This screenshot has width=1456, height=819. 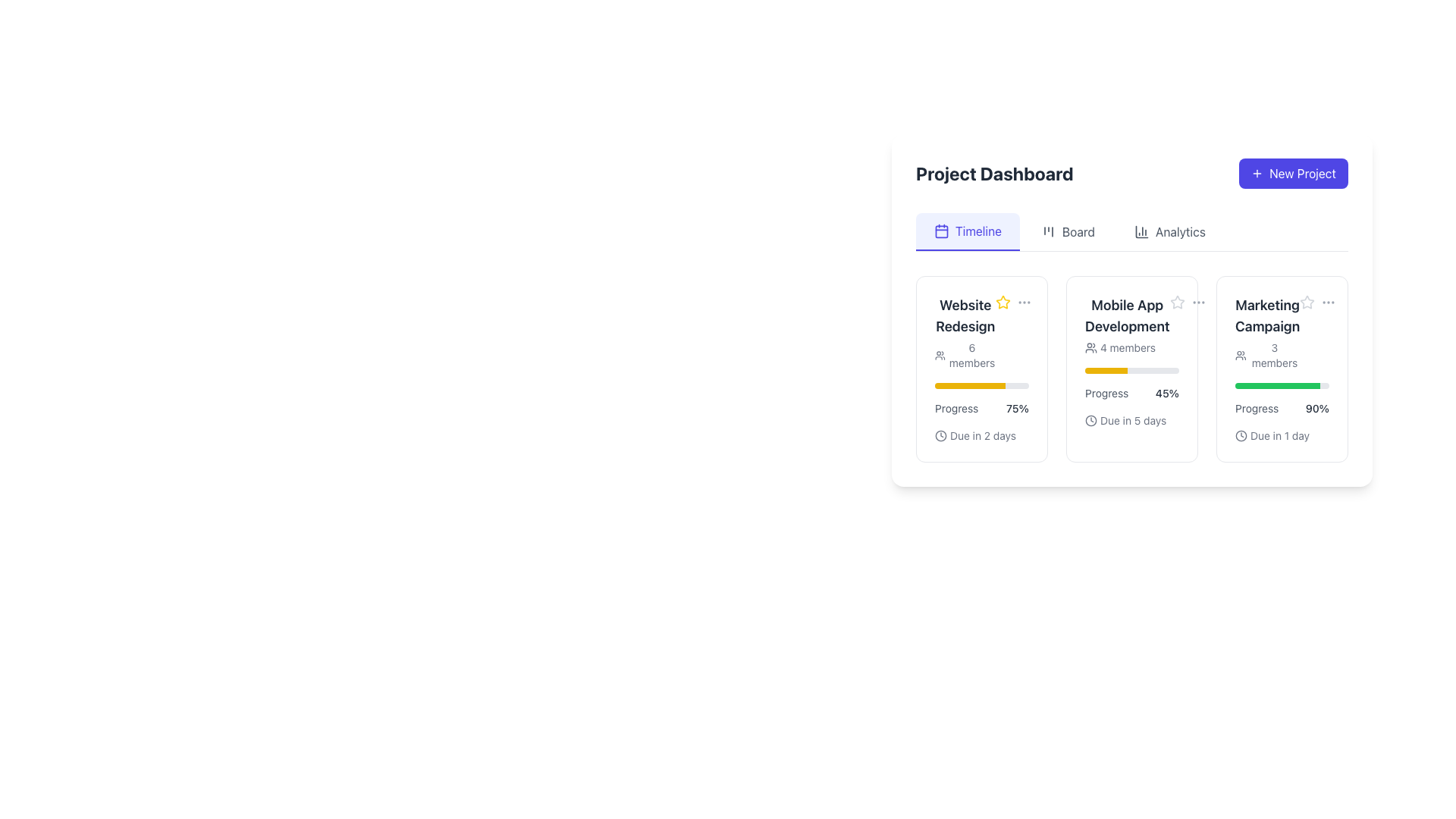 What do you see at coordinates (1133, 421) in the screenshot?
I see `the due date text displayed below the progress bar in the 'Mobile App Development' card on the dashboard` at bounding box center [1133, 421].